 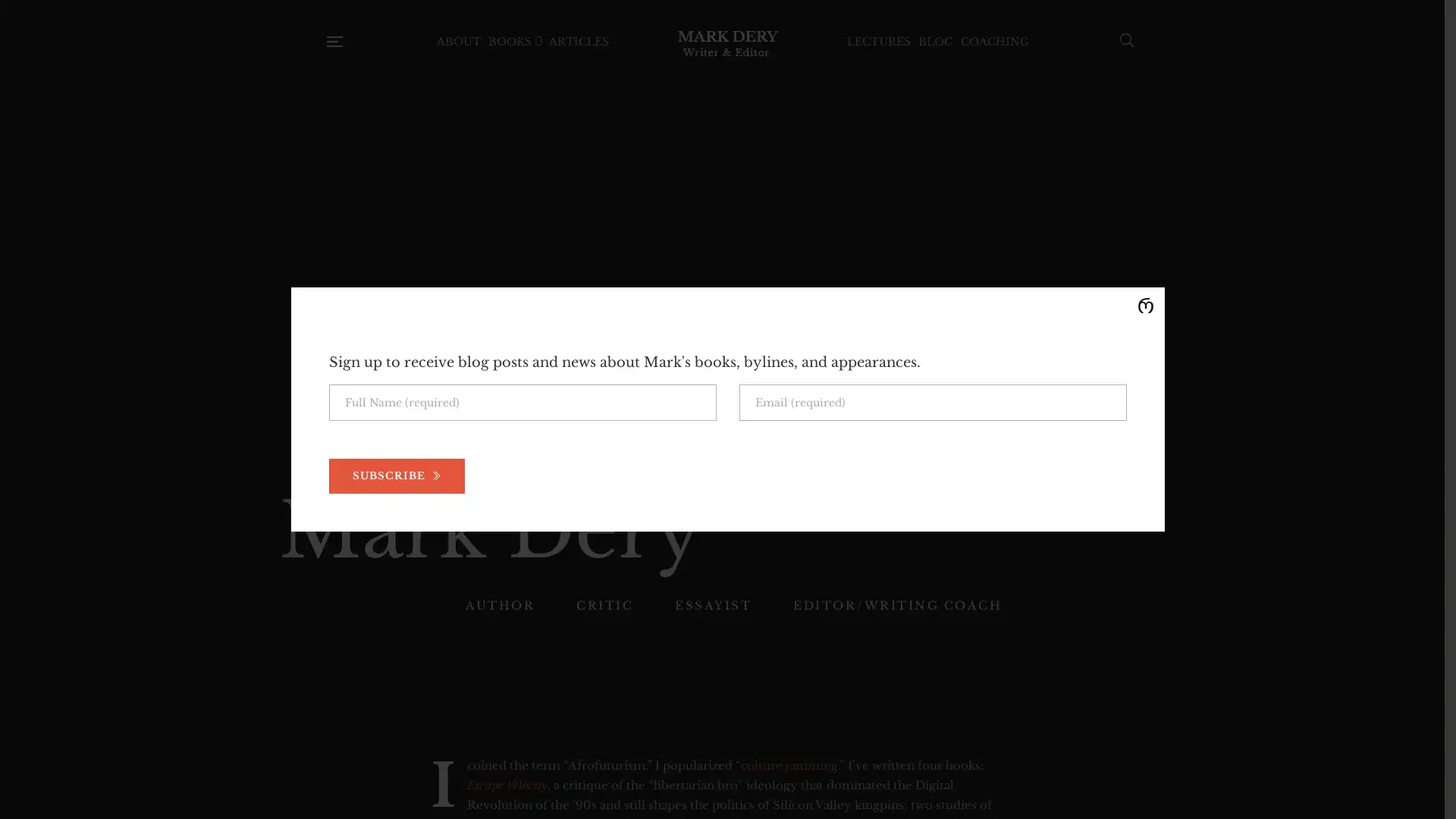 What do you see at coordinates (1145, 306) in the screenshot?
I see `Close` at bounding box center [1145, 306].